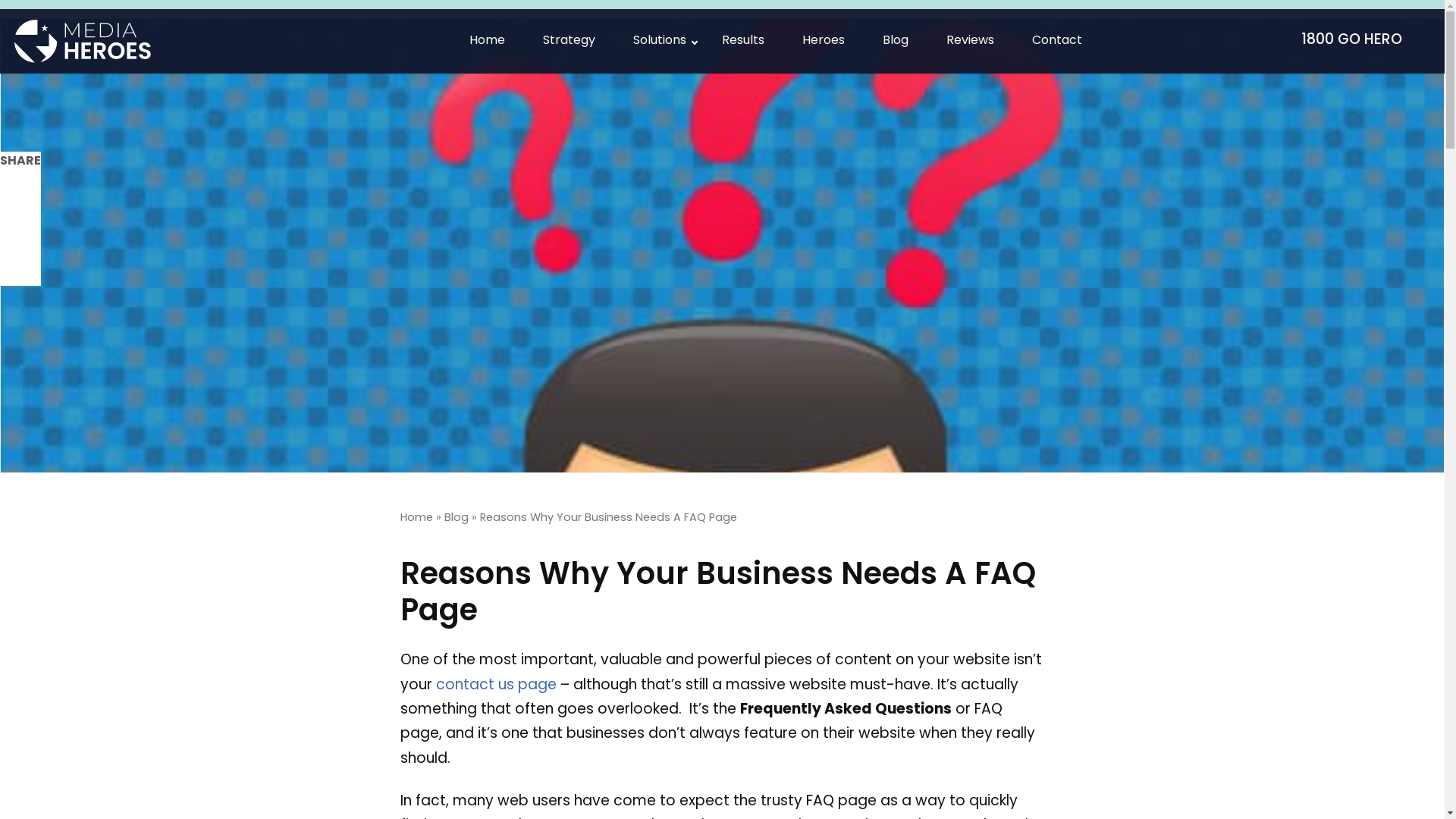 Image resolution: width=1456 pixels, height=819 pixels. Describe the element at coordinates (455, 517) in the screenshot. I see `'Blog'` at that location.